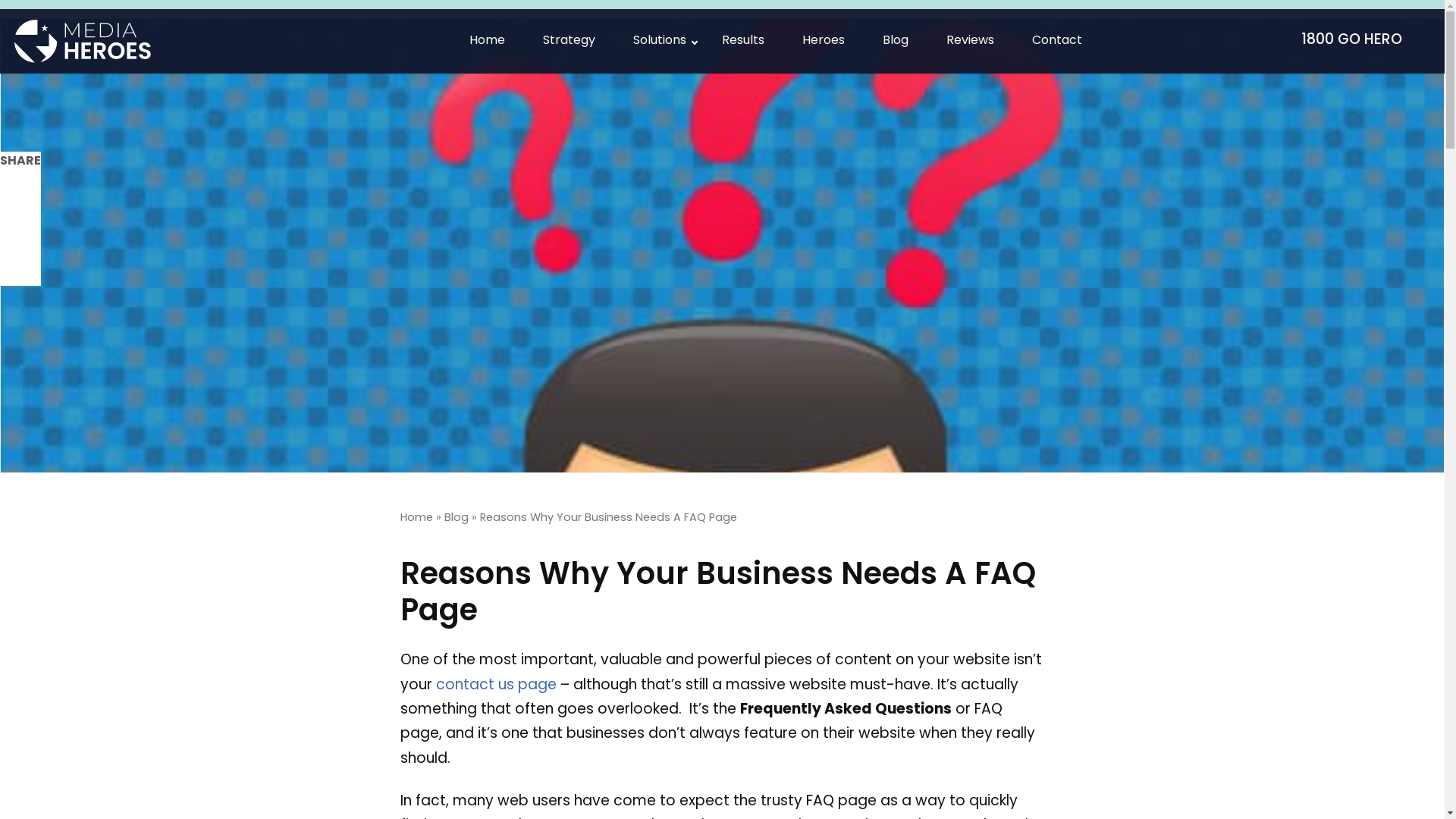 Image resolution: width=1456 pixels, height=819 pixels. Describe the element at coordinates (455, 517) in the screenshot. I see `'Blog'` at that location.